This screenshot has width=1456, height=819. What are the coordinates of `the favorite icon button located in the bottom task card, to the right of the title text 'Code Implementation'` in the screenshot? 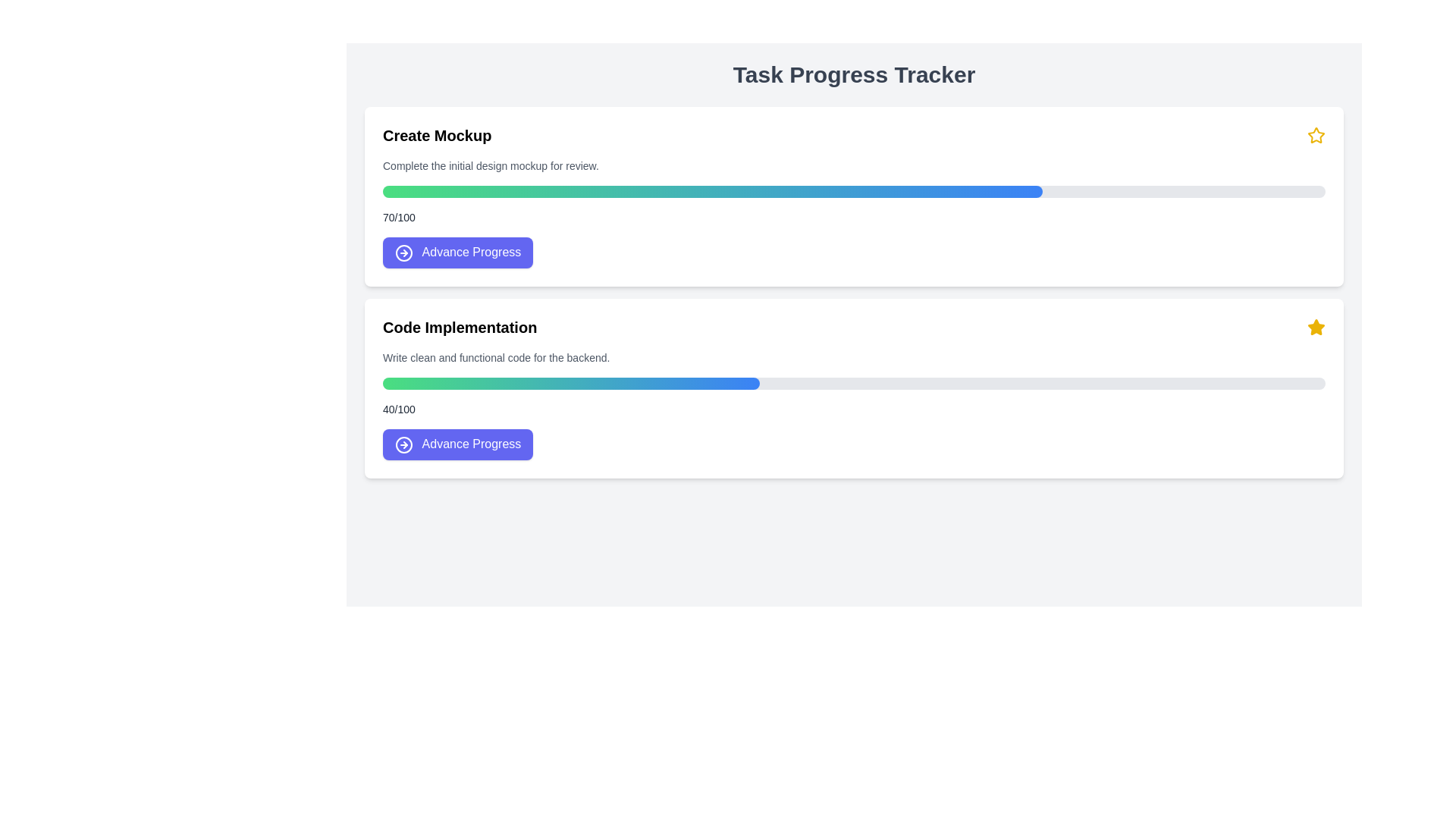 It's located at (1316, 326).